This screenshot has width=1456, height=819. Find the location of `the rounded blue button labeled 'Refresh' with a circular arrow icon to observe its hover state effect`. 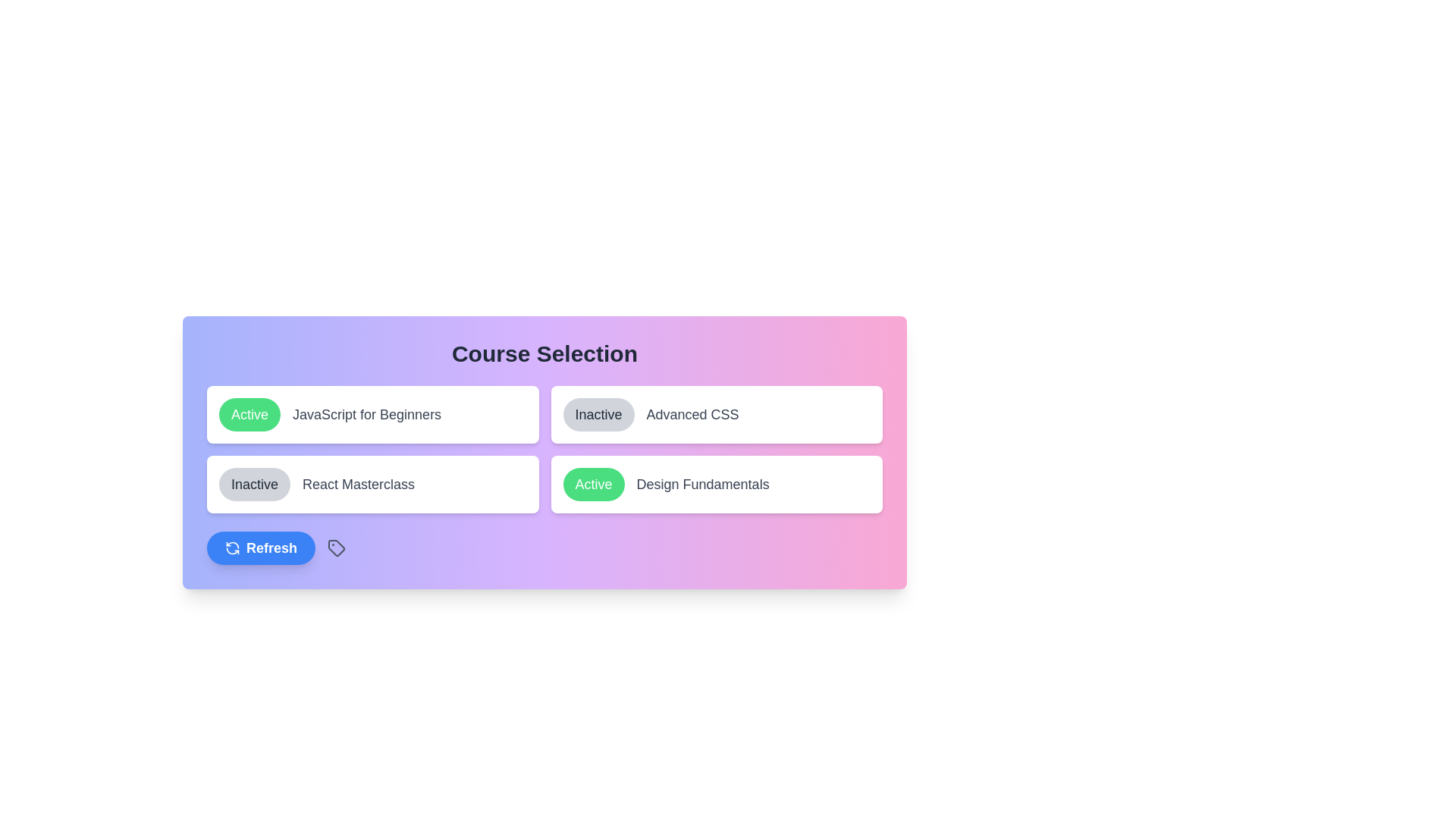

the rounded blue button labeled 'Refresh' with a circular arrow icon to observe its hover state effect is located at coordinates (261, 548).